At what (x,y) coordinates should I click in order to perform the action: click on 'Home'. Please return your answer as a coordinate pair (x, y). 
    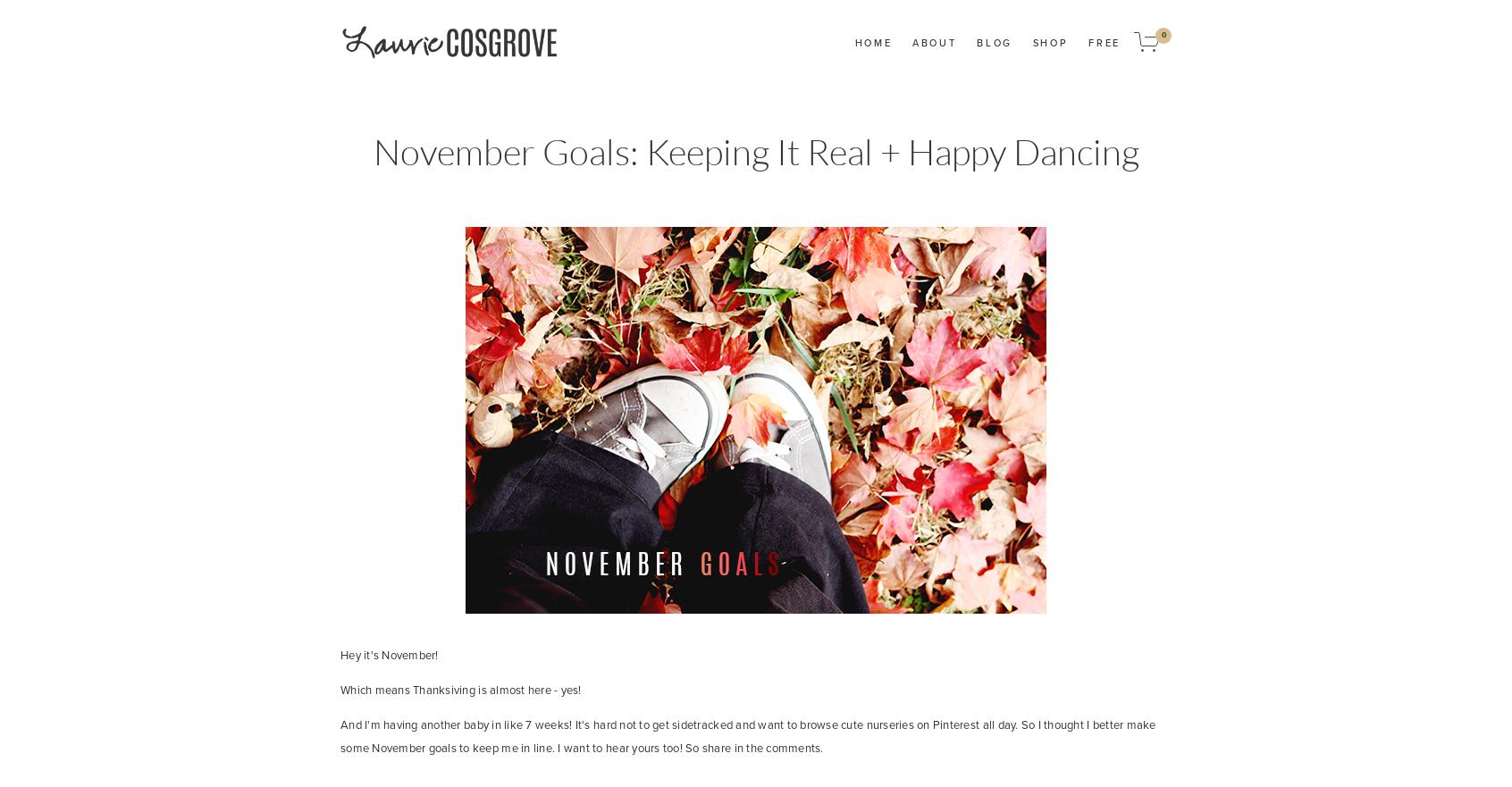
    Looking at the image, I should click on (872, 41).